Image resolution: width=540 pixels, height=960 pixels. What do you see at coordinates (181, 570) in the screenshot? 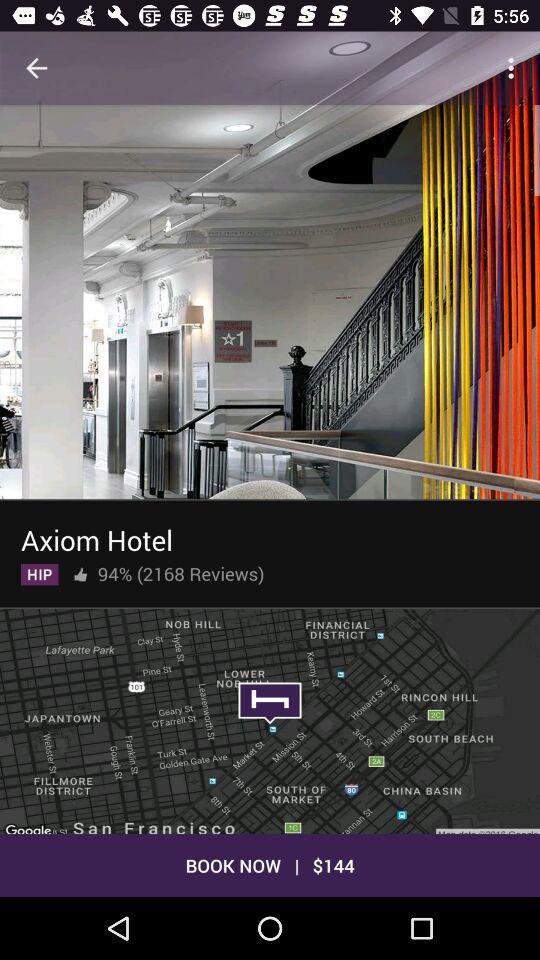
I see `the 94% (2168 reviews)` at bounding box center [181, 570].